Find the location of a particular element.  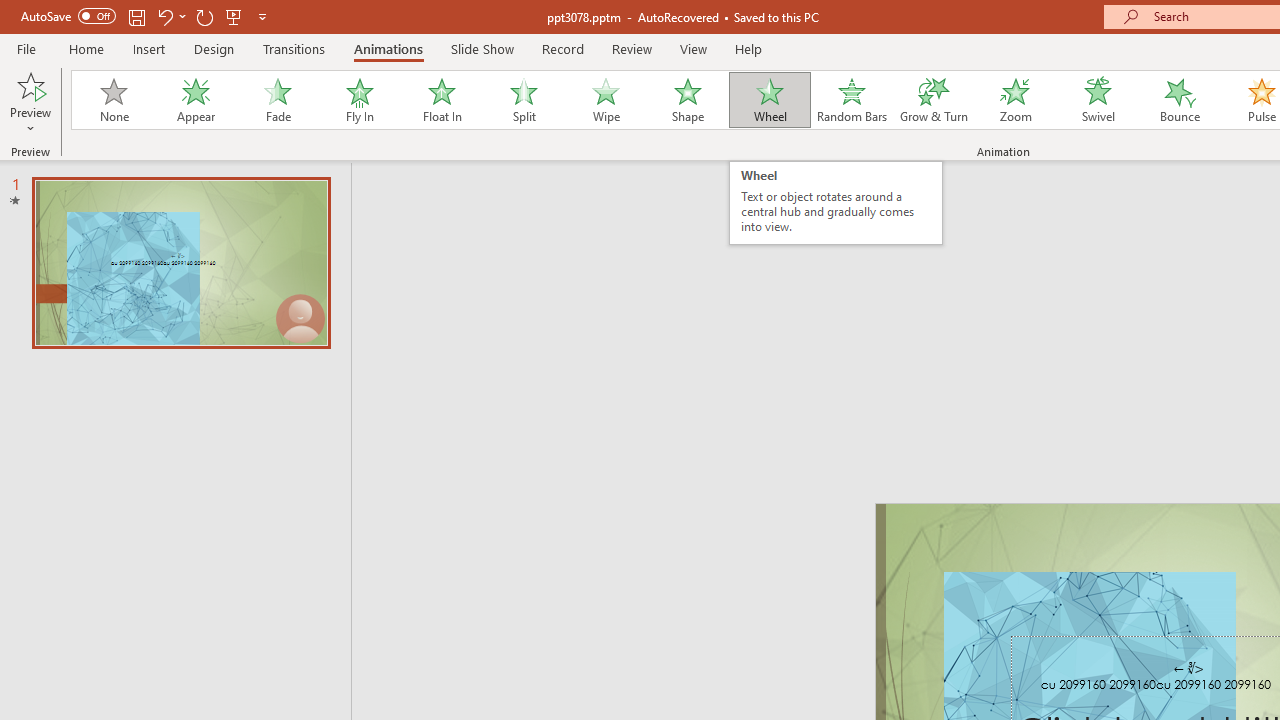

'Fly In' is located at coordinates (359, 100).